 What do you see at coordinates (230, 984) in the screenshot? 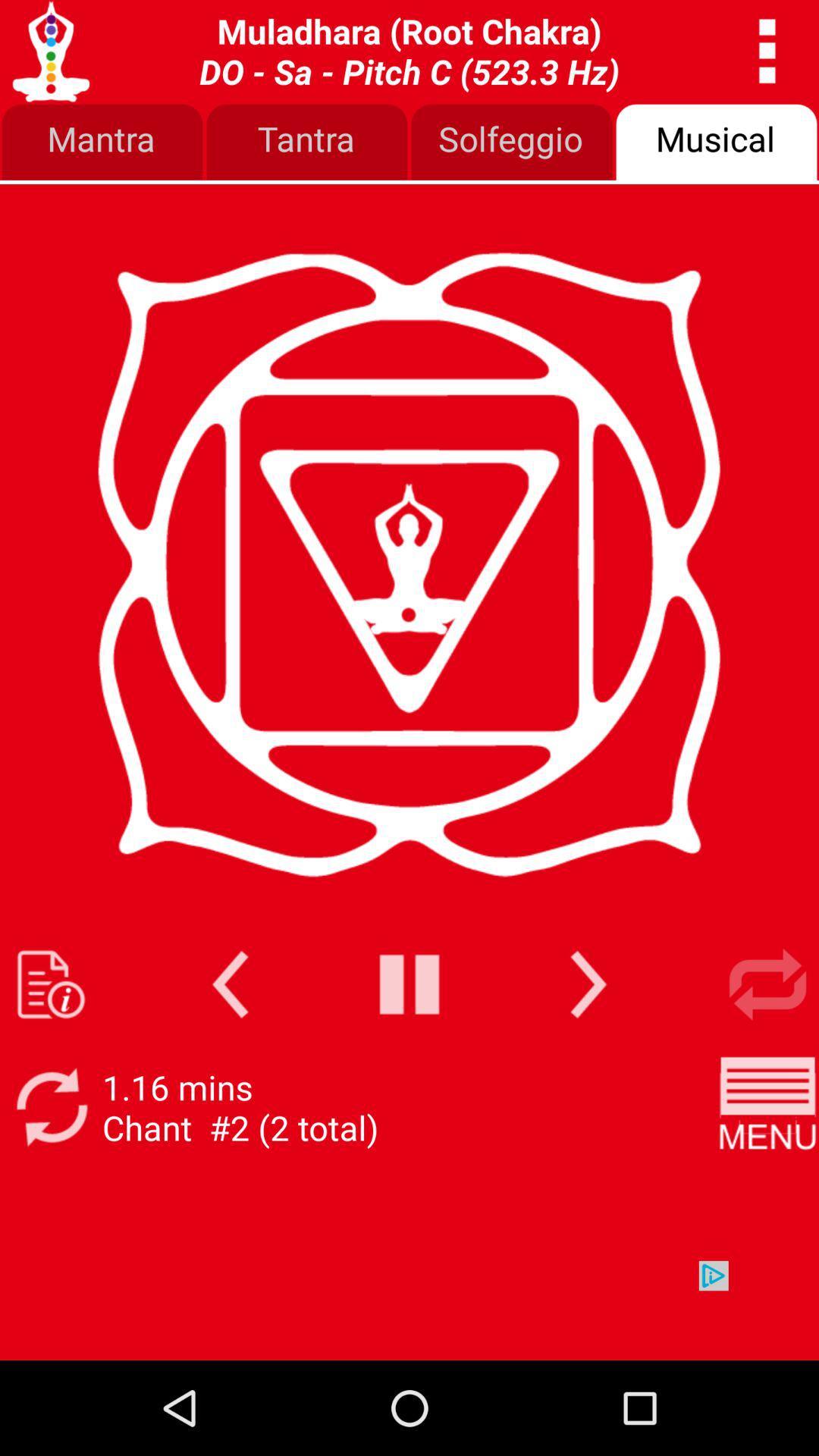
I see `previous audio` at bounding box center [230, 984].